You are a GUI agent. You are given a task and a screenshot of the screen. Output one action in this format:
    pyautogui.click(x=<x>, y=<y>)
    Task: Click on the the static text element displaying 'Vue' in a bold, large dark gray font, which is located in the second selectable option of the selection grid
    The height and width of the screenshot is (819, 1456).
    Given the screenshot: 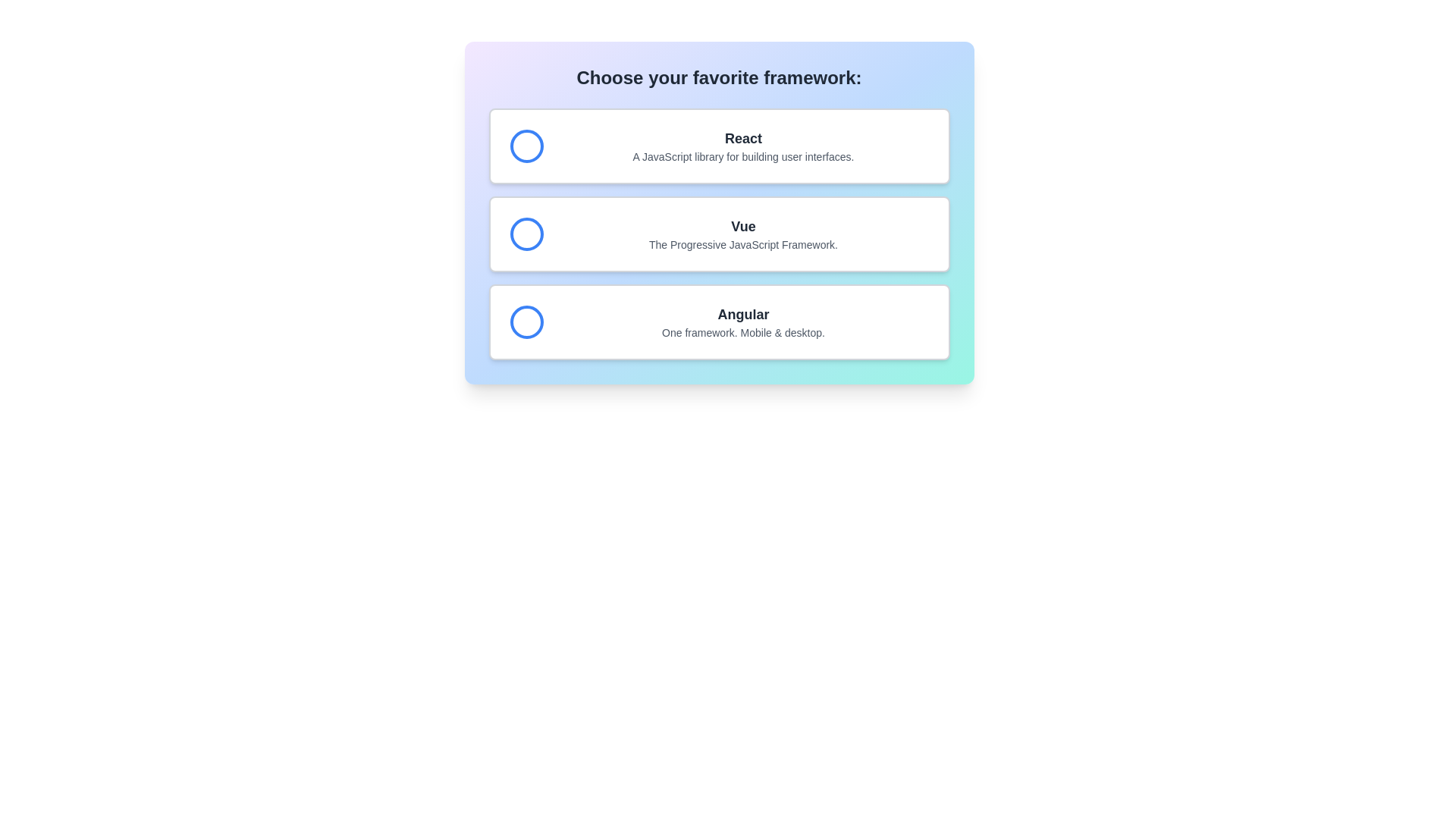 What is the action you would take?
    pyautogui.click(x=743, y=227)
    